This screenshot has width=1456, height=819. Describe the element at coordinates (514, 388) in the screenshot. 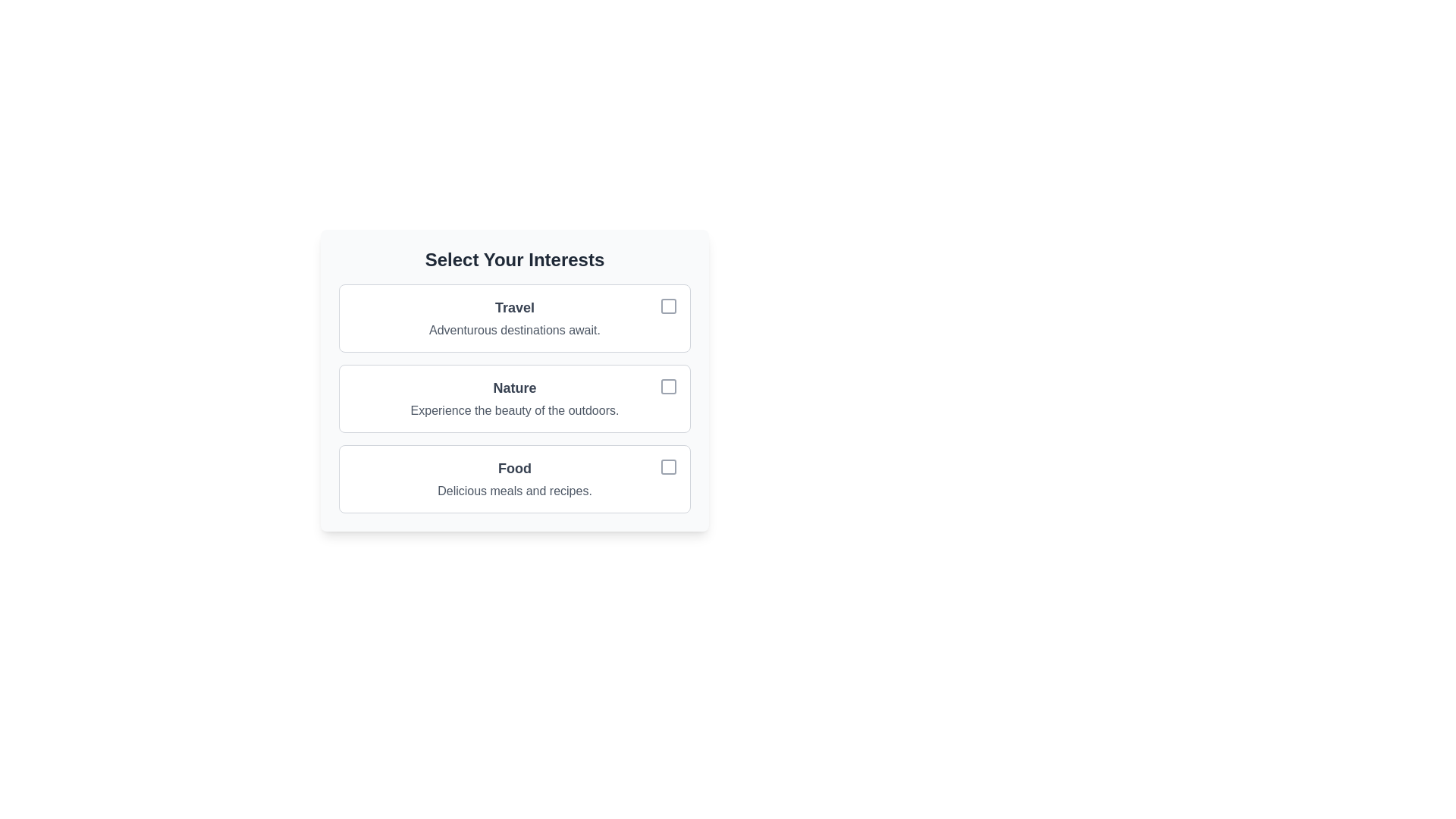

I see `the 'Nature' text label, which serves as the title for the middle selection option in a list of interest categories, guiding the user to recognize this option` at that location.